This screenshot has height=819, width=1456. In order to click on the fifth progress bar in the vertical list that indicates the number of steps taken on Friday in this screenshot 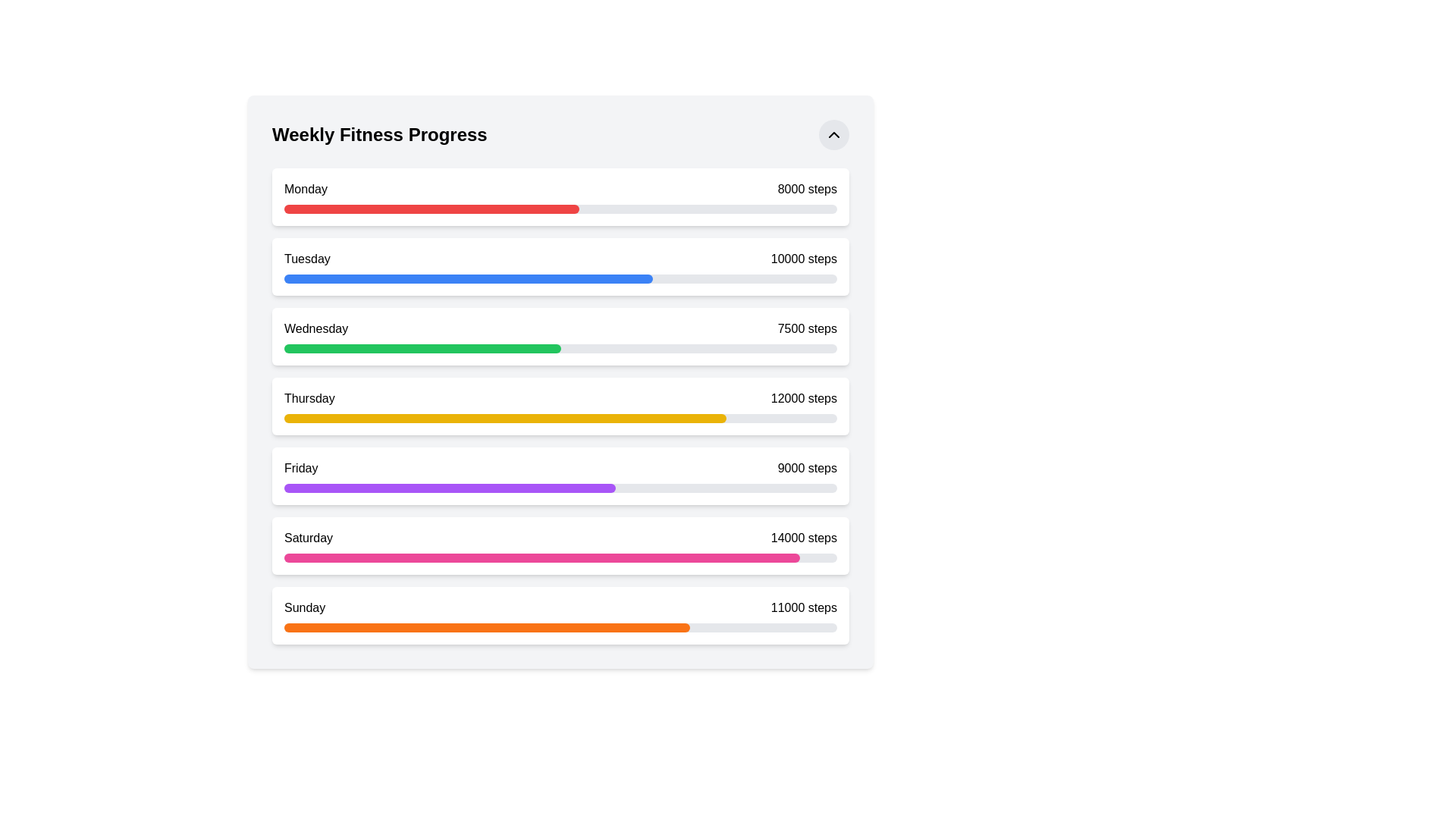, I will do `click(560, 488)`.